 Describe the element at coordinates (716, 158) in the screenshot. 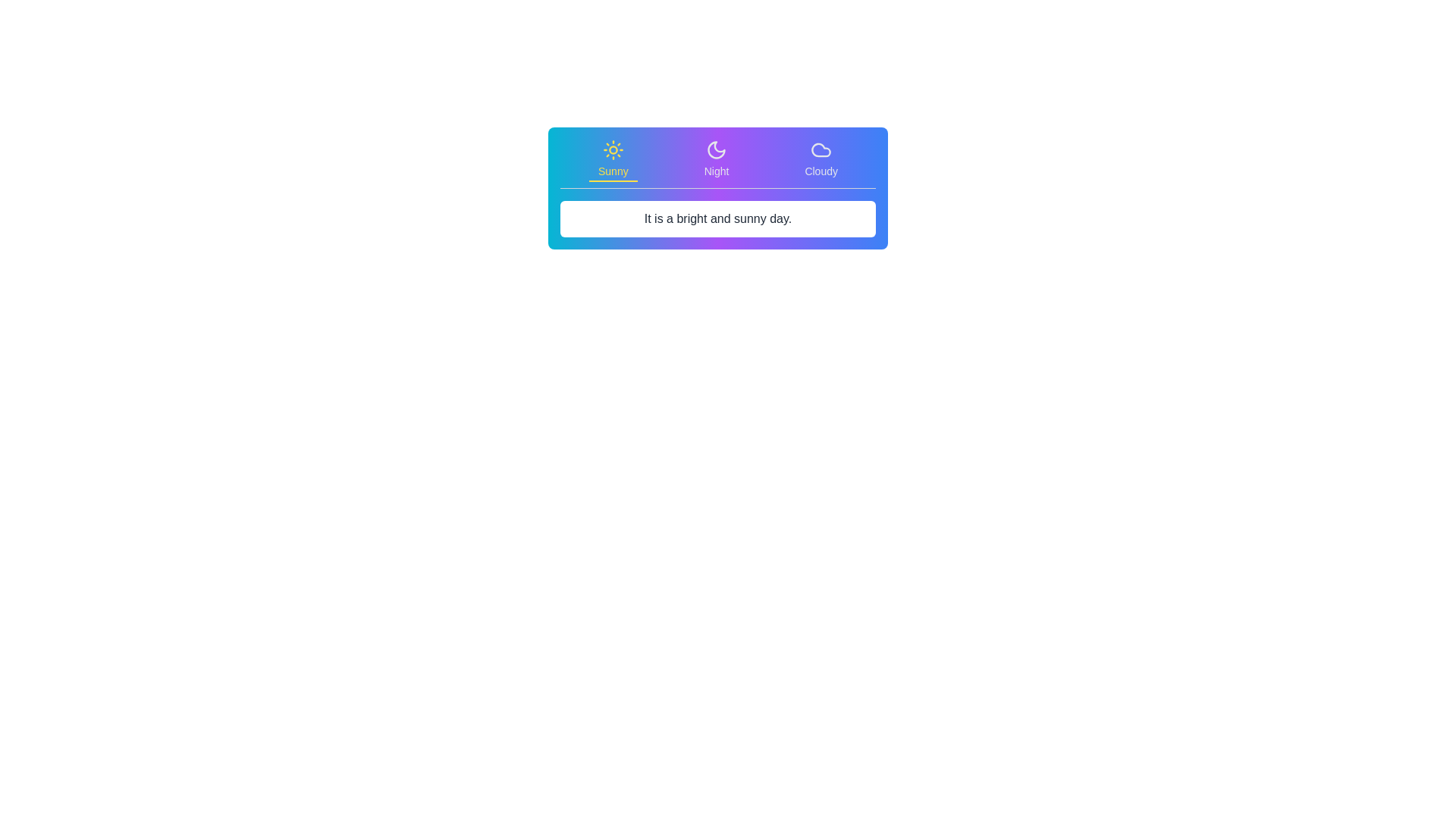

I see `the 'Night' option button, which is the middle item in a group of three, visually indicated by a moon icon and labeled 'Night'` at that location.